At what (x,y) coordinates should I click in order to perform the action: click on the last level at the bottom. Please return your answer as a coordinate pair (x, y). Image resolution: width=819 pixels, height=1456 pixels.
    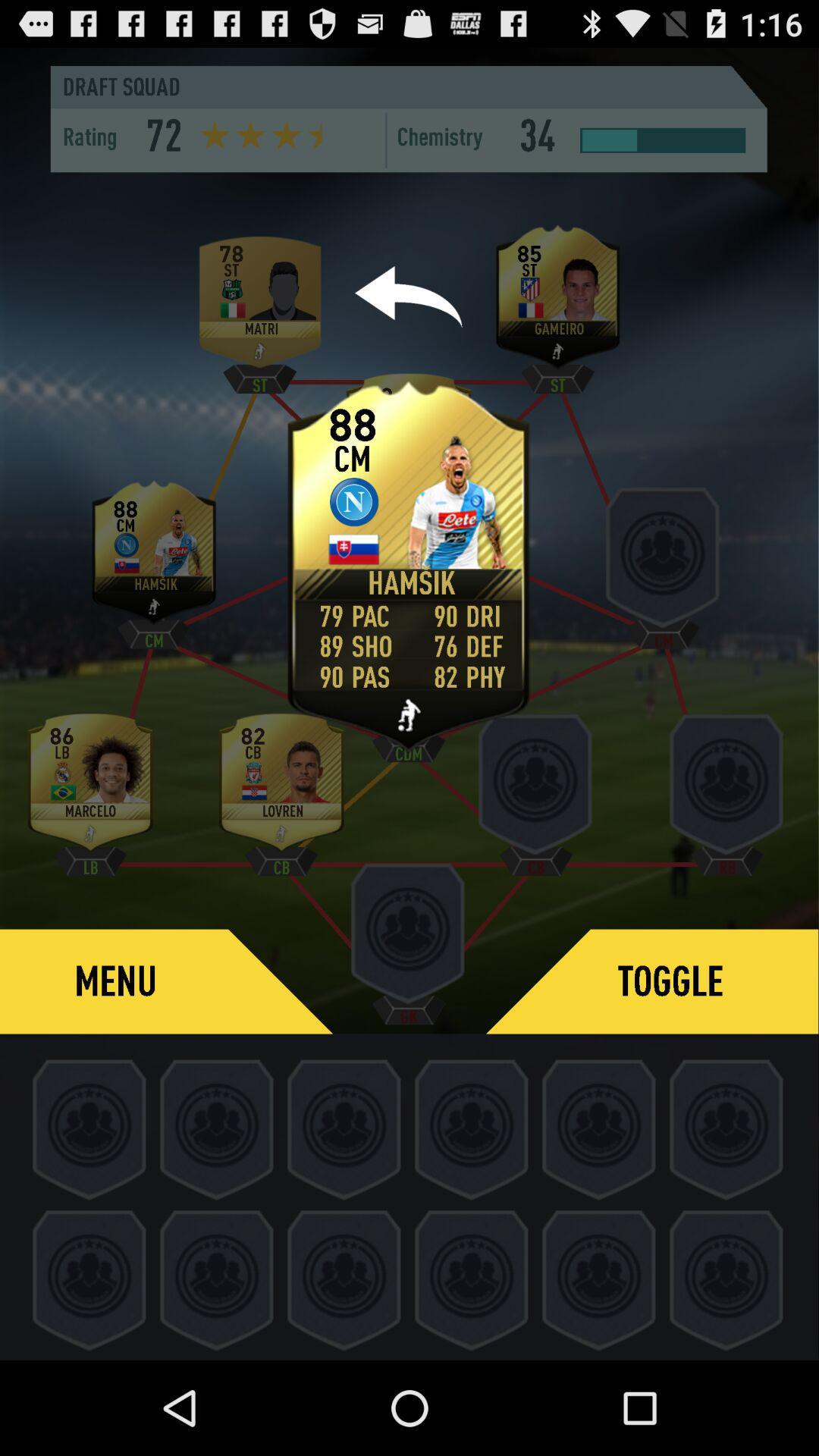
    Looking at the image, I should click on (726, 1277).